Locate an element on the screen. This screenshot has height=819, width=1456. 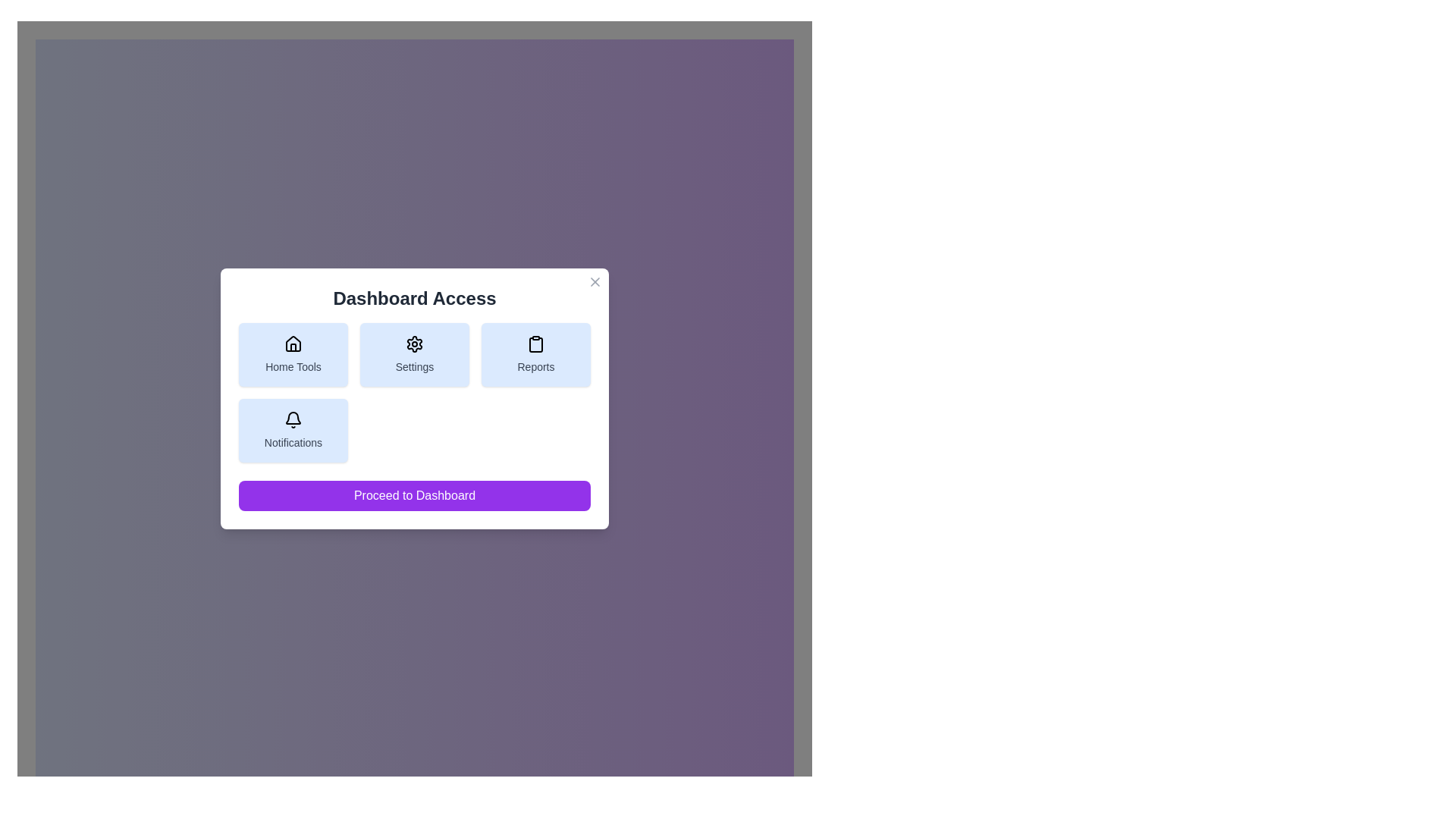
text label 'Home Tools' located beneath the house-shaped icon in the first button of the top row is located at coordinates (293, 366).